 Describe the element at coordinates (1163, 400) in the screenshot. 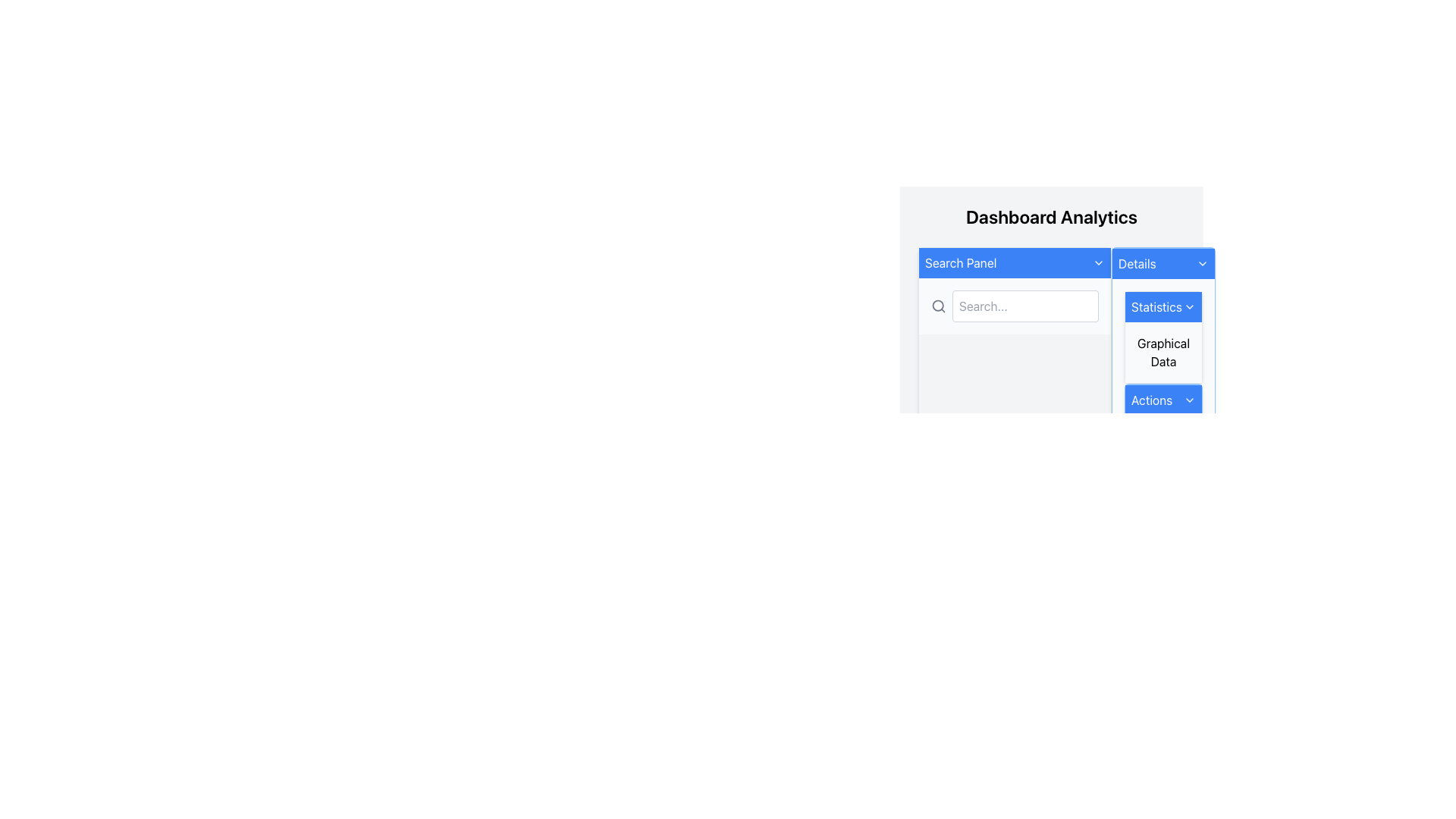

I see `the 'Actions' option in the Menu Section located in the right panel labeled 'Details'` at that location.